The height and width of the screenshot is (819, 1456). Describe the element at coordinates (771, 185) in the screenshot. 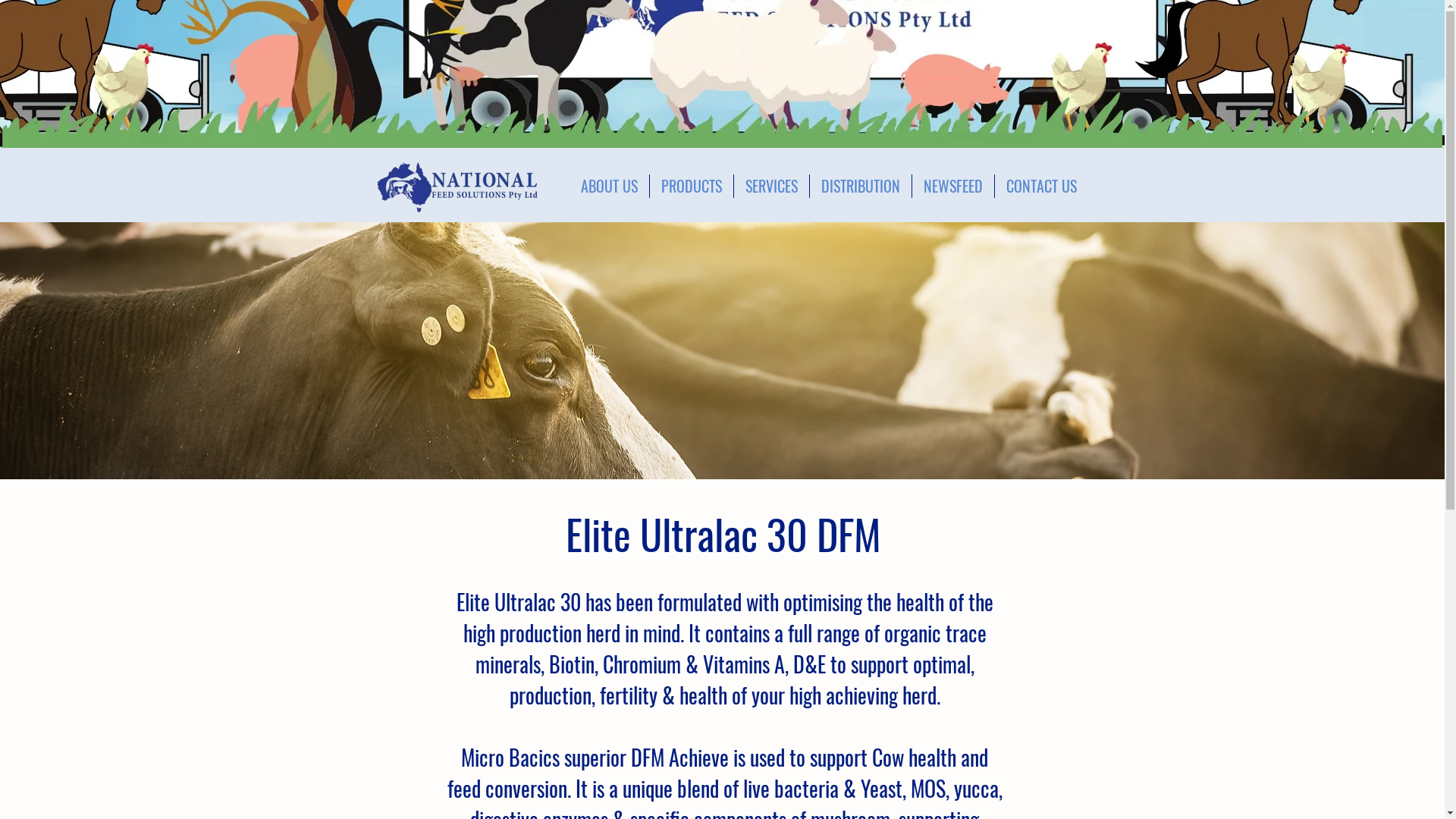

I see `'SERVICES'` at that location.